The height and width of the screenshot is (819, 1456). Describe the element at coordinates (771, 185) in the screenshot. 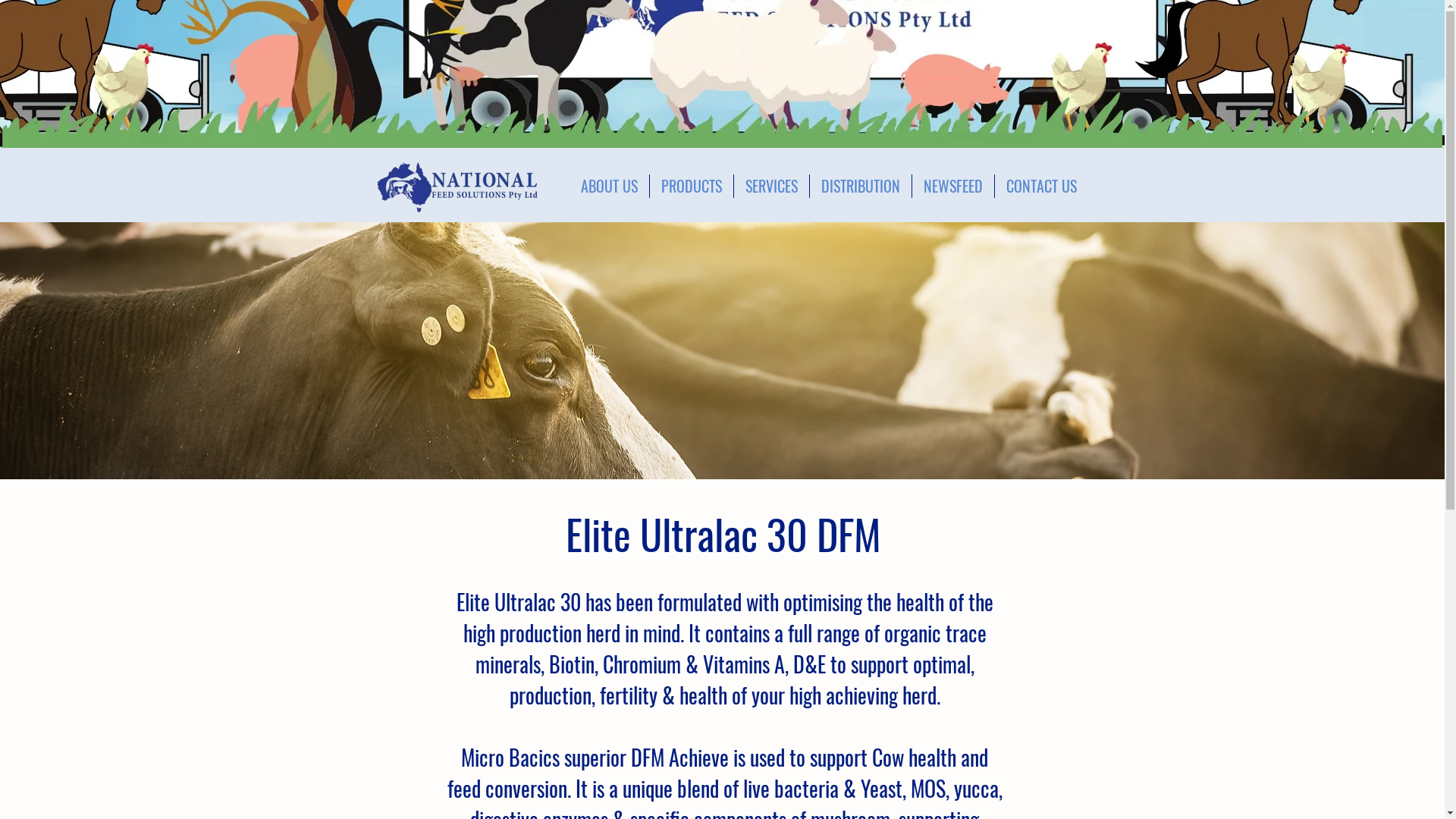

I see `'SERVICES'` at that location.